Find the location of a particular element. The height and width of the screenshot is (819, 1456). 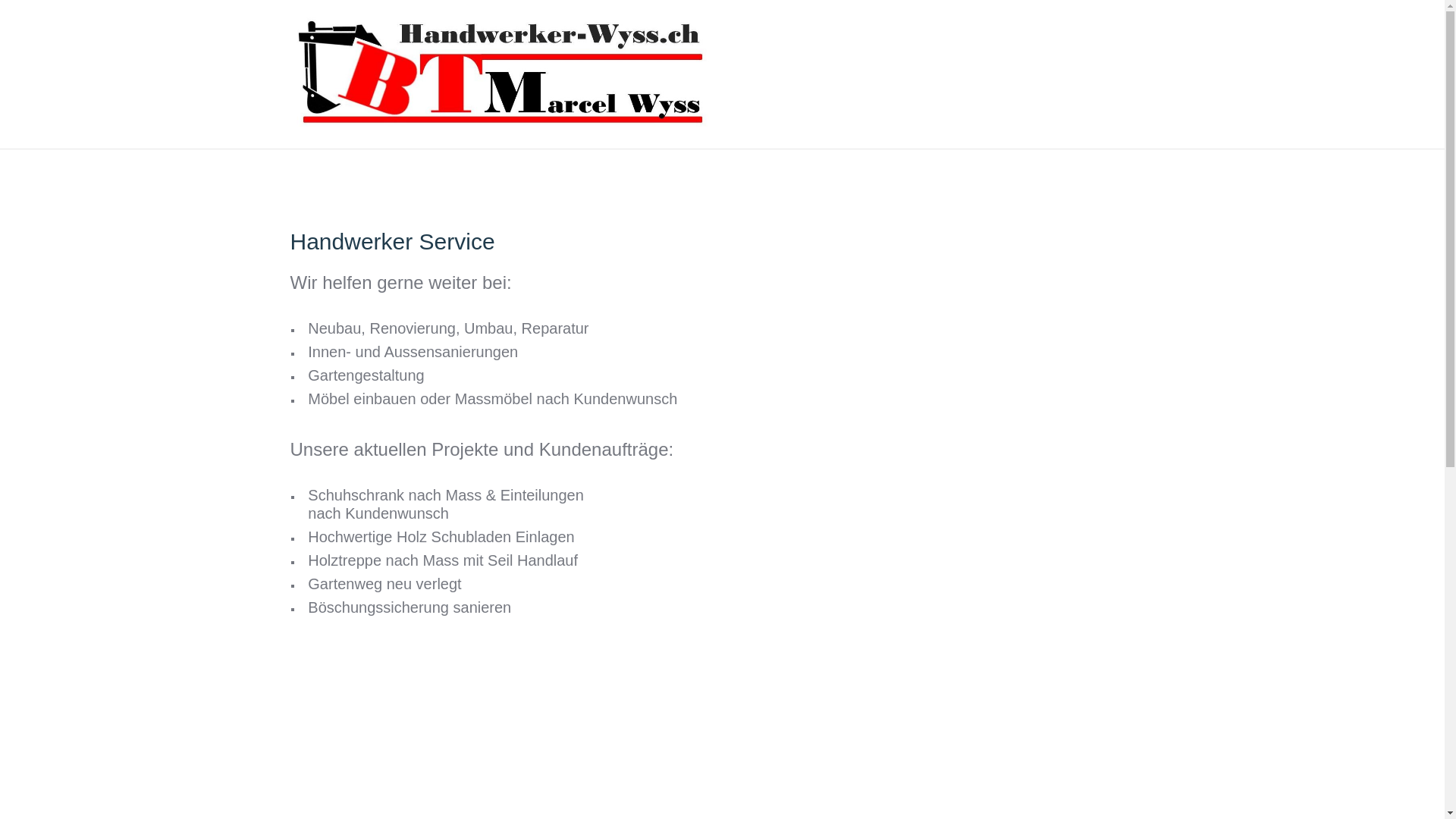

'BauTransManagement GmbH' is located at coordinates (502, 73).